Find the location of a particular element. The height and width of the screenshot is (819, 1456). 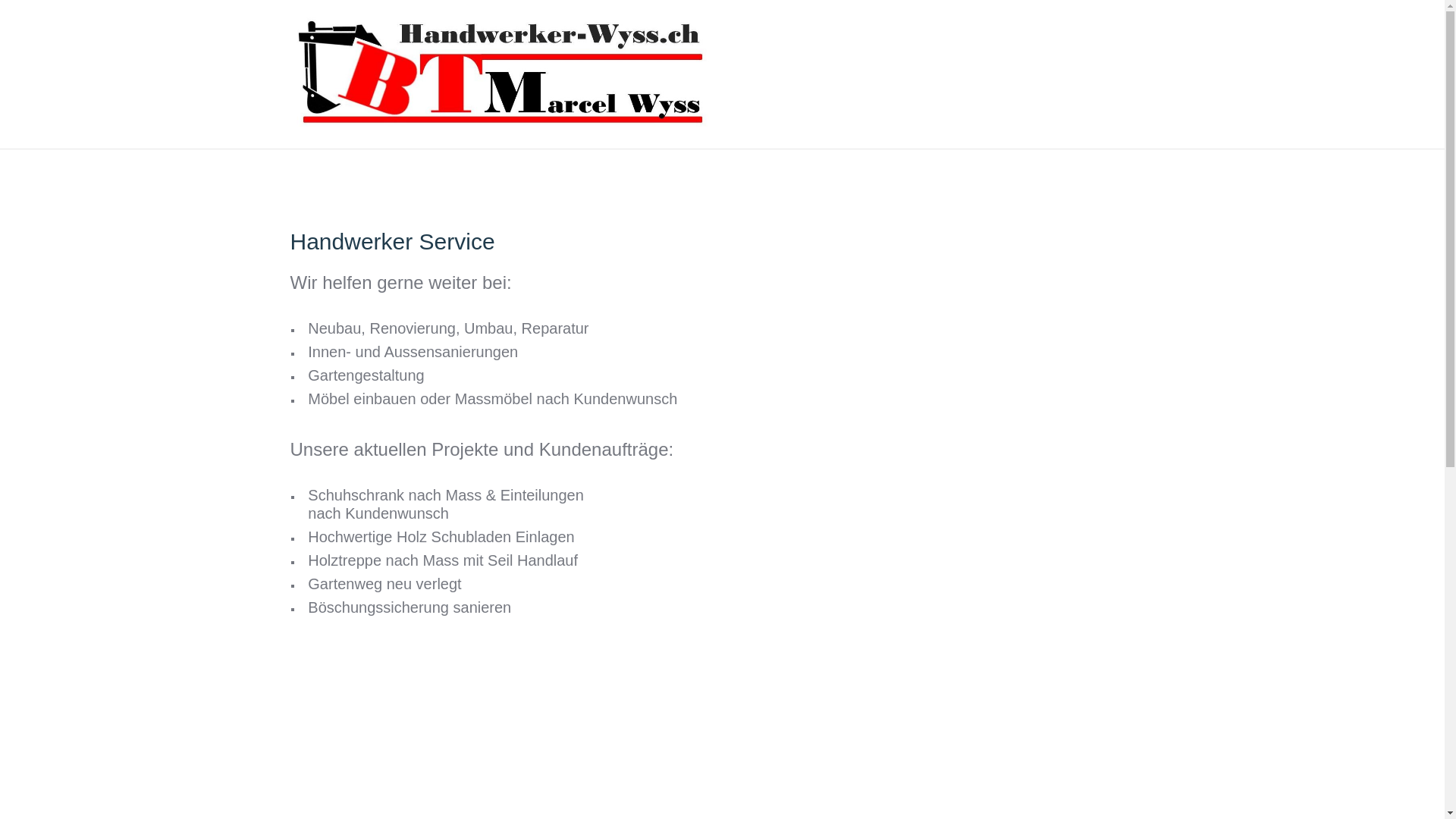

'BauTransManagement GmbH' is located at coordinates (502, 73).